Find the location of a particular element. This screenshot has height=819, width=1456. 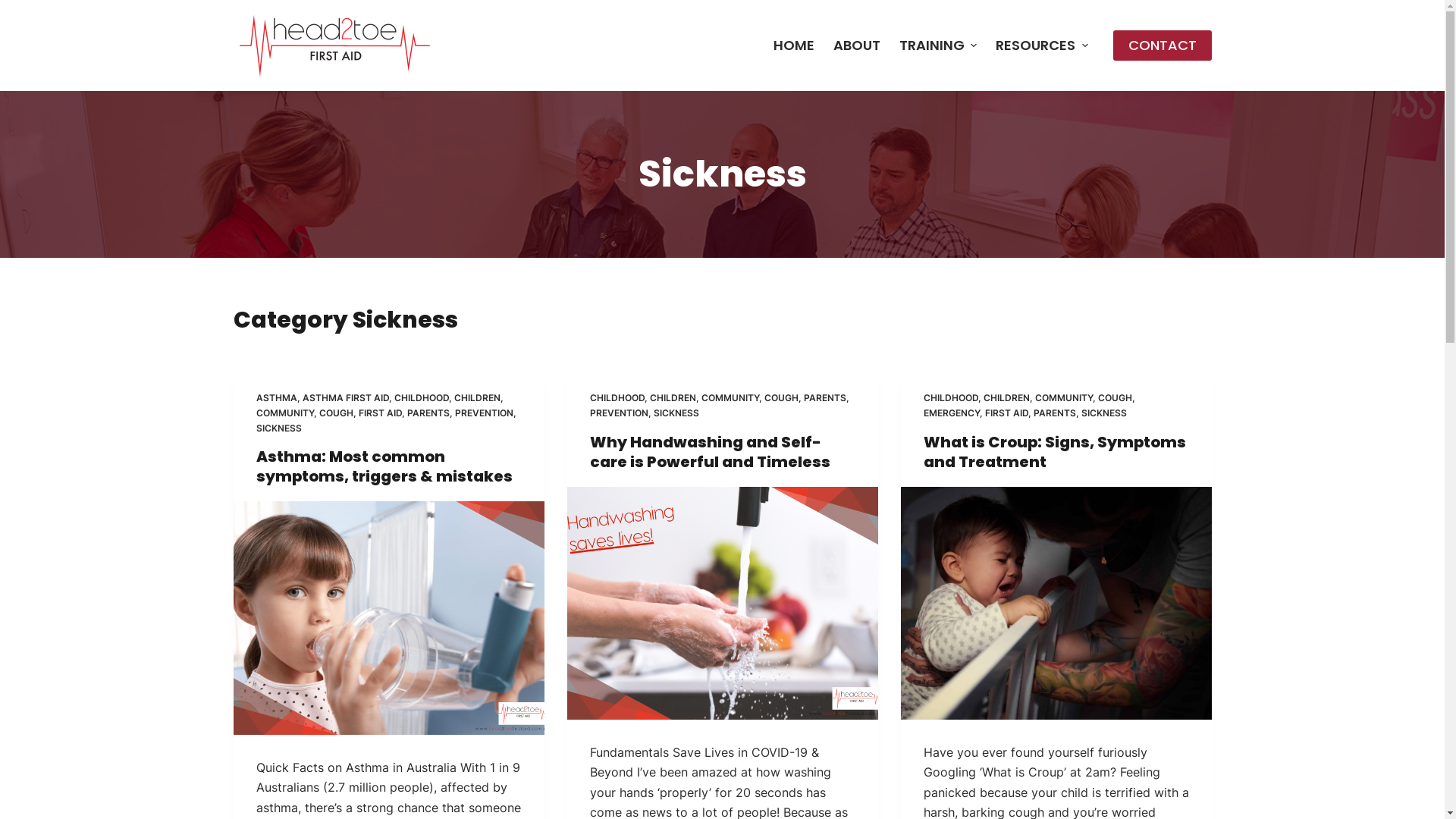

'TRAINING' is located at coordinates (889, 45).